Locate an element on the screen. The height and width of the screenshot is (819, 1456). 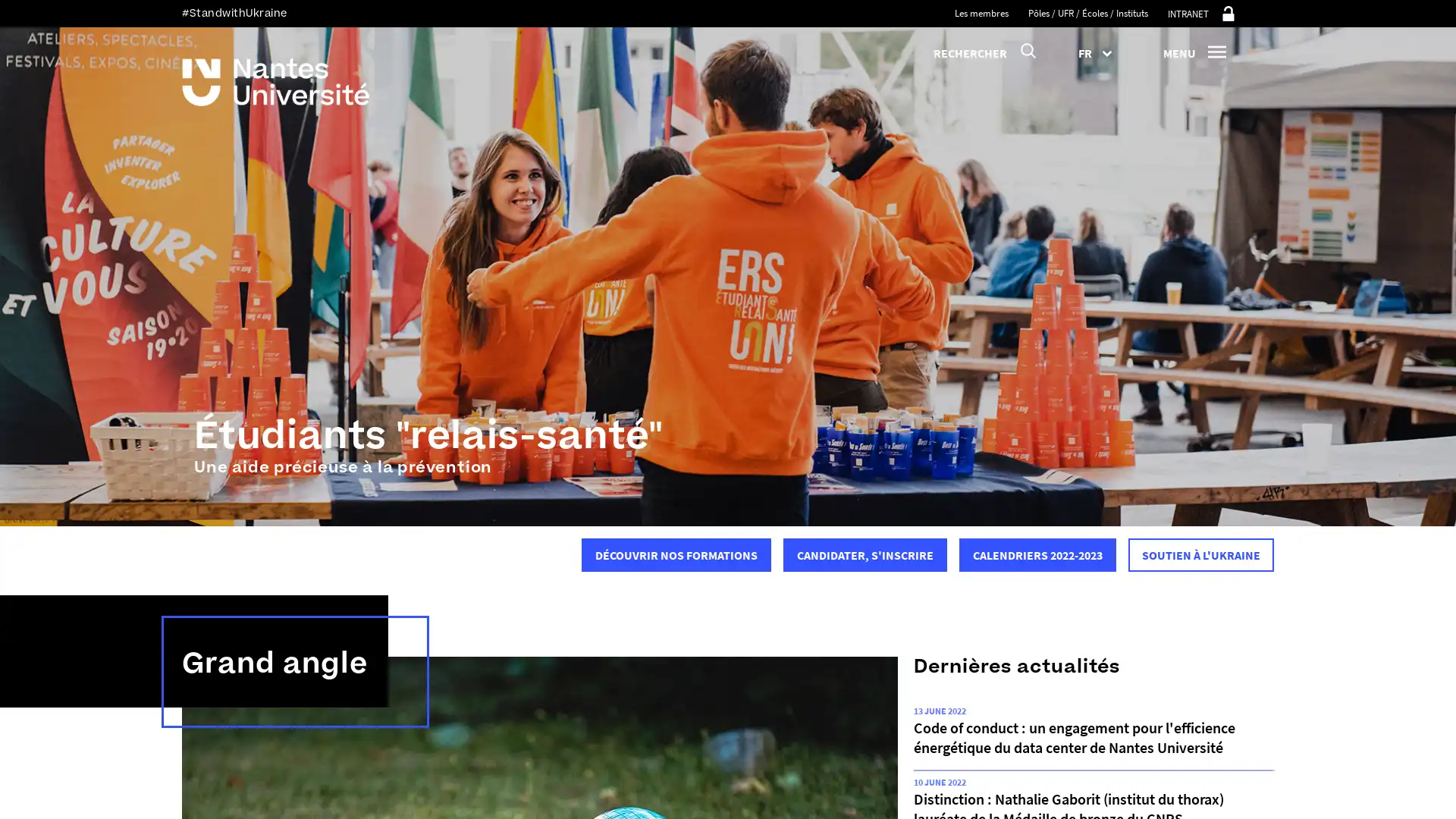
MENU is located at coordinates (1194, 51).